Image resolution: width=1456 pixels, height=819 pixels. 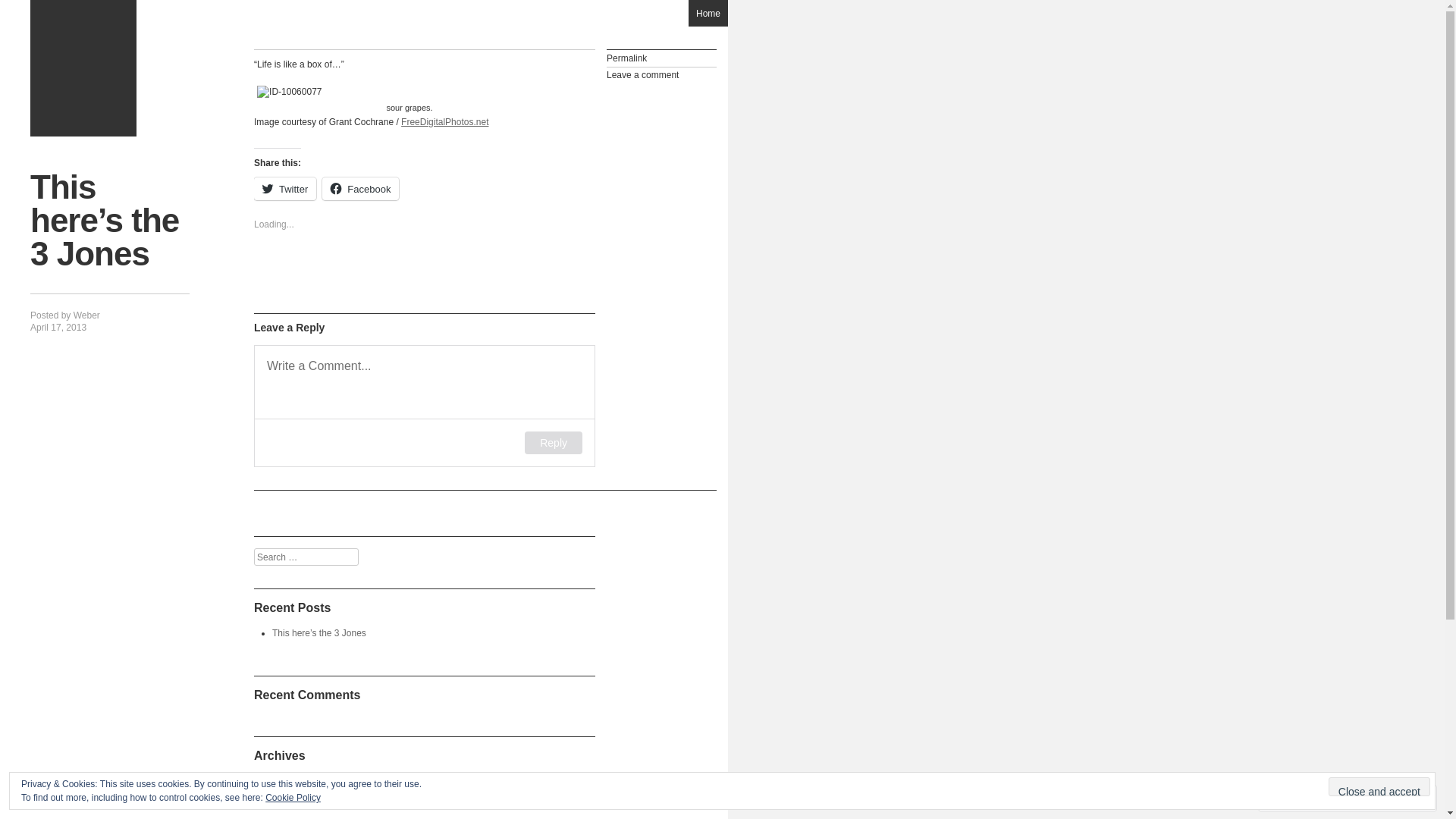 What do you see at coordinates (293, 797) in the screenshot?
I see `'Cookie Policy'` at bounding box center [293, 797].